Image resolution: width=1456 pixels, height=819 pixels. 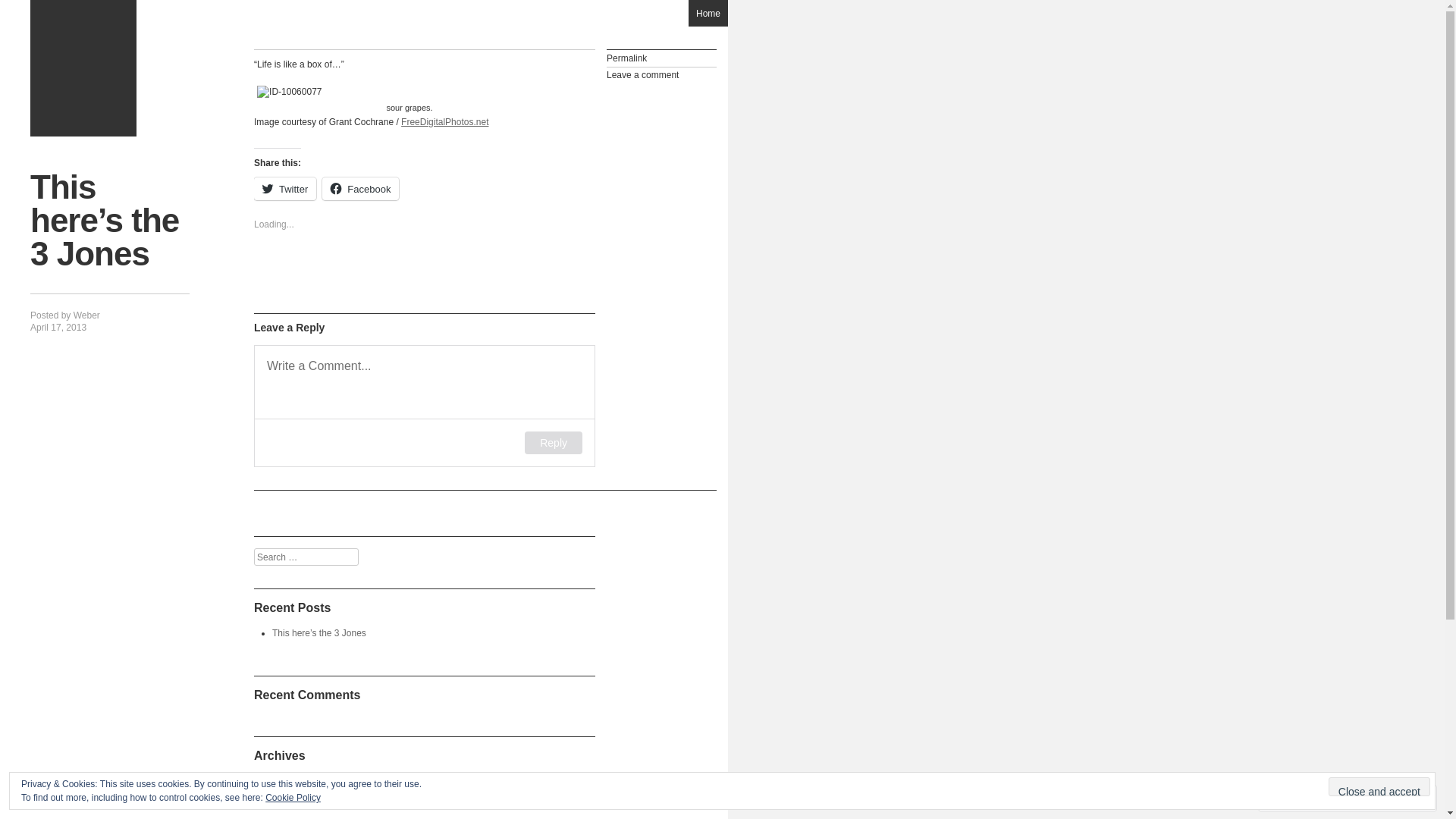 What do you see at coordinates (293, 797) in the screenshot?
I see `'Cookie Policy'` at bounding box center [293, 797].